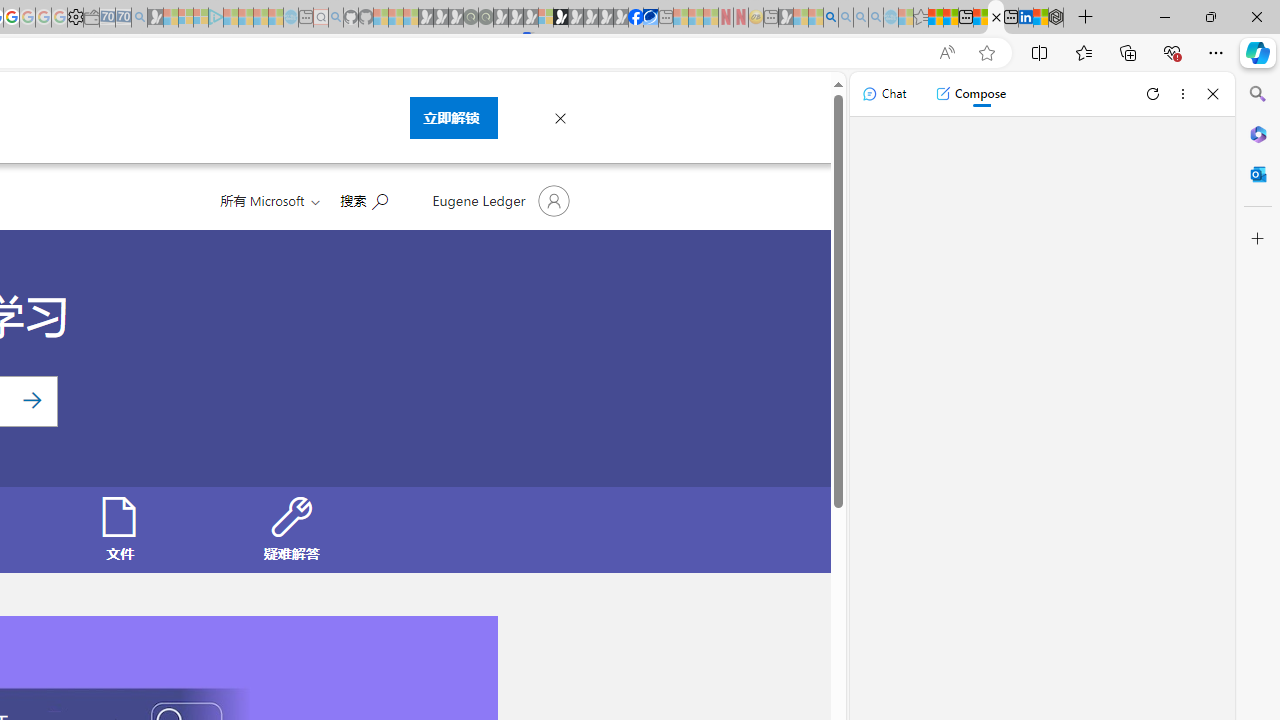  What do you see at coordinates (545, 17) in the screenshot?
I see `'Sign in to your account - Sleeping'` at bounding box center [545, 17].